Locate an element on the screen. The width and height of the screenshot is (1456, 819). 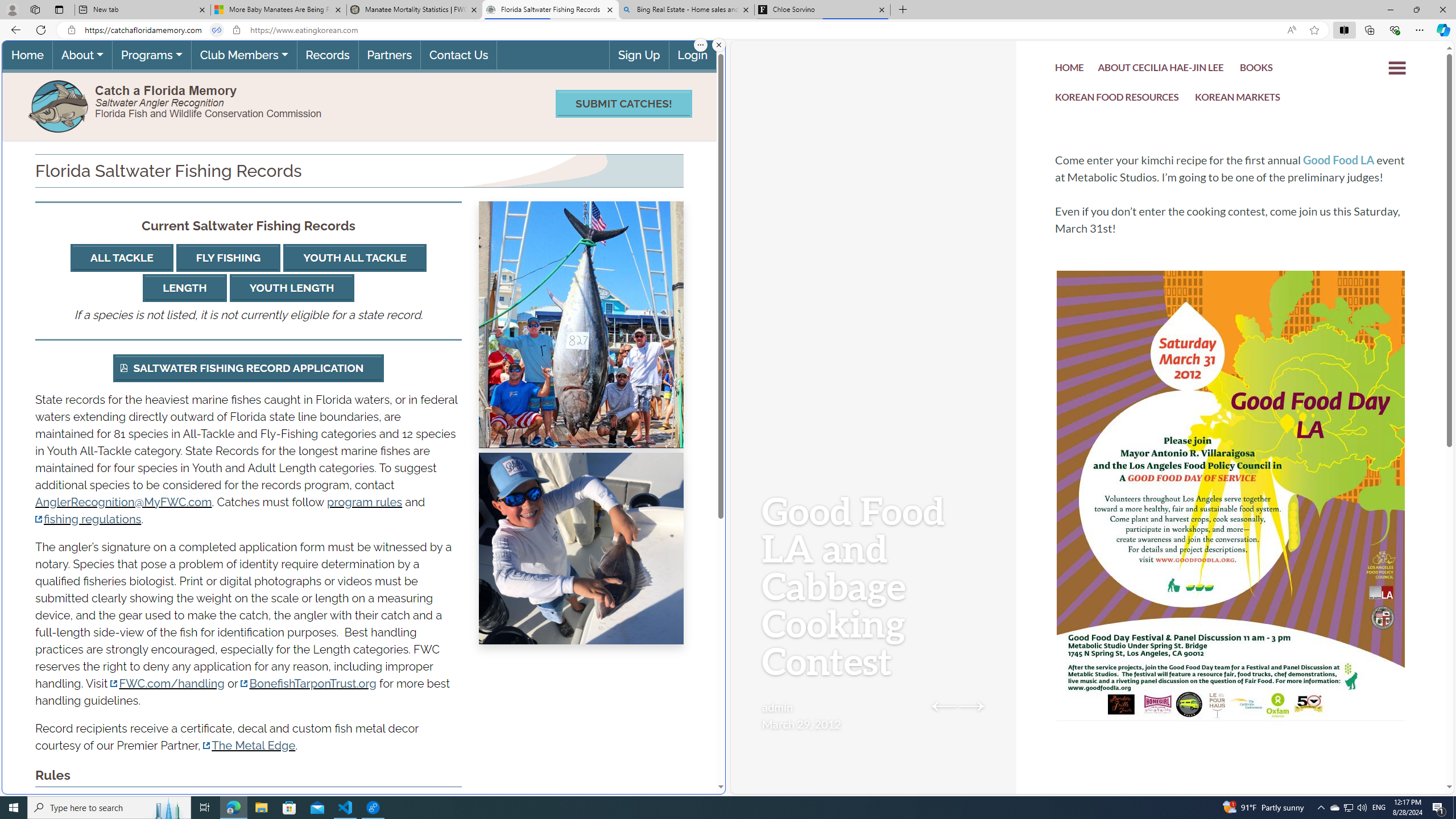
'Records' is located at coordinates (327, 55).